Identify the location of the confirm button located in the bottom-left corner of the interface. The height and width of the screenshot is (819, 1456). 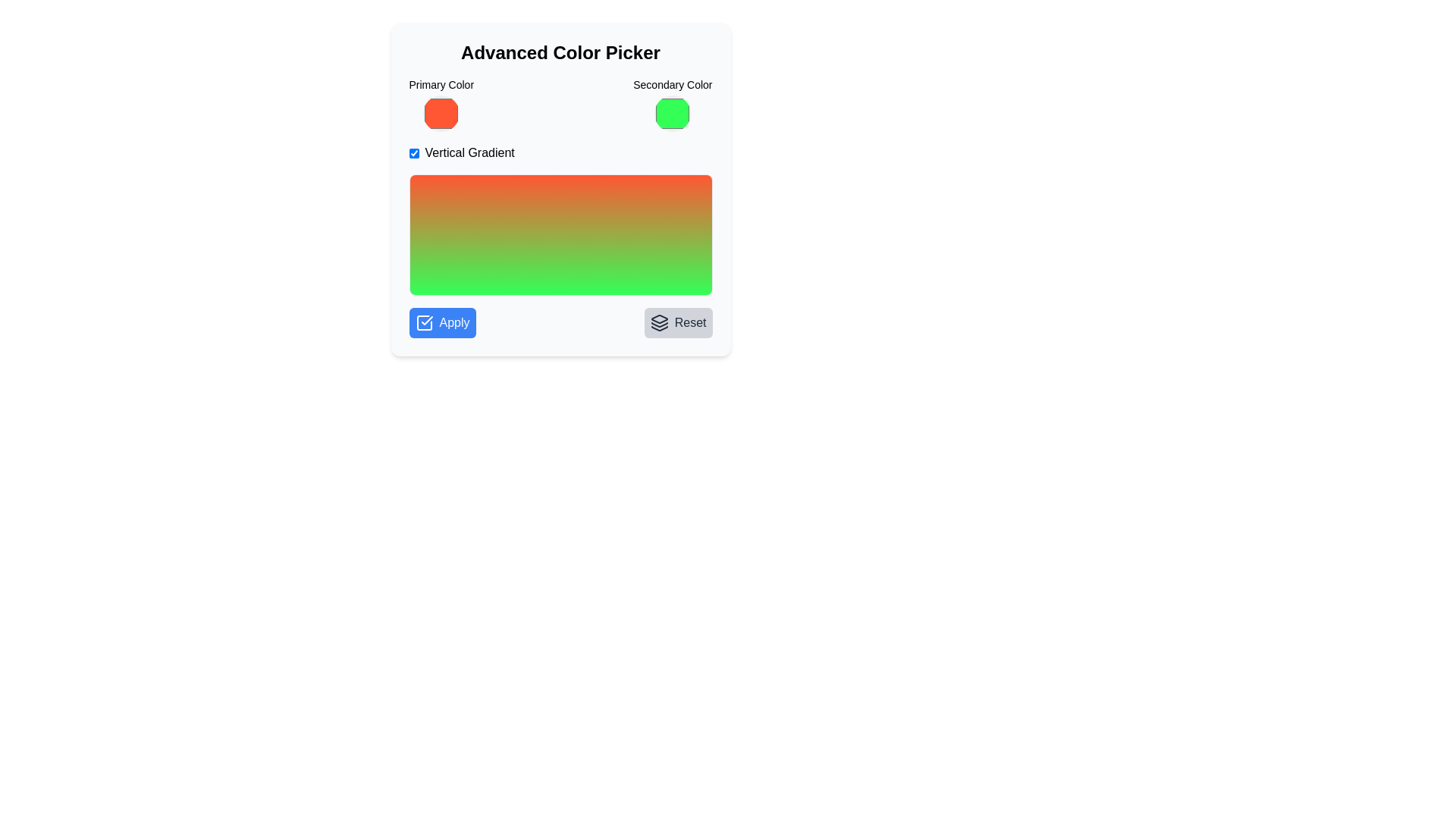
(441, 322).